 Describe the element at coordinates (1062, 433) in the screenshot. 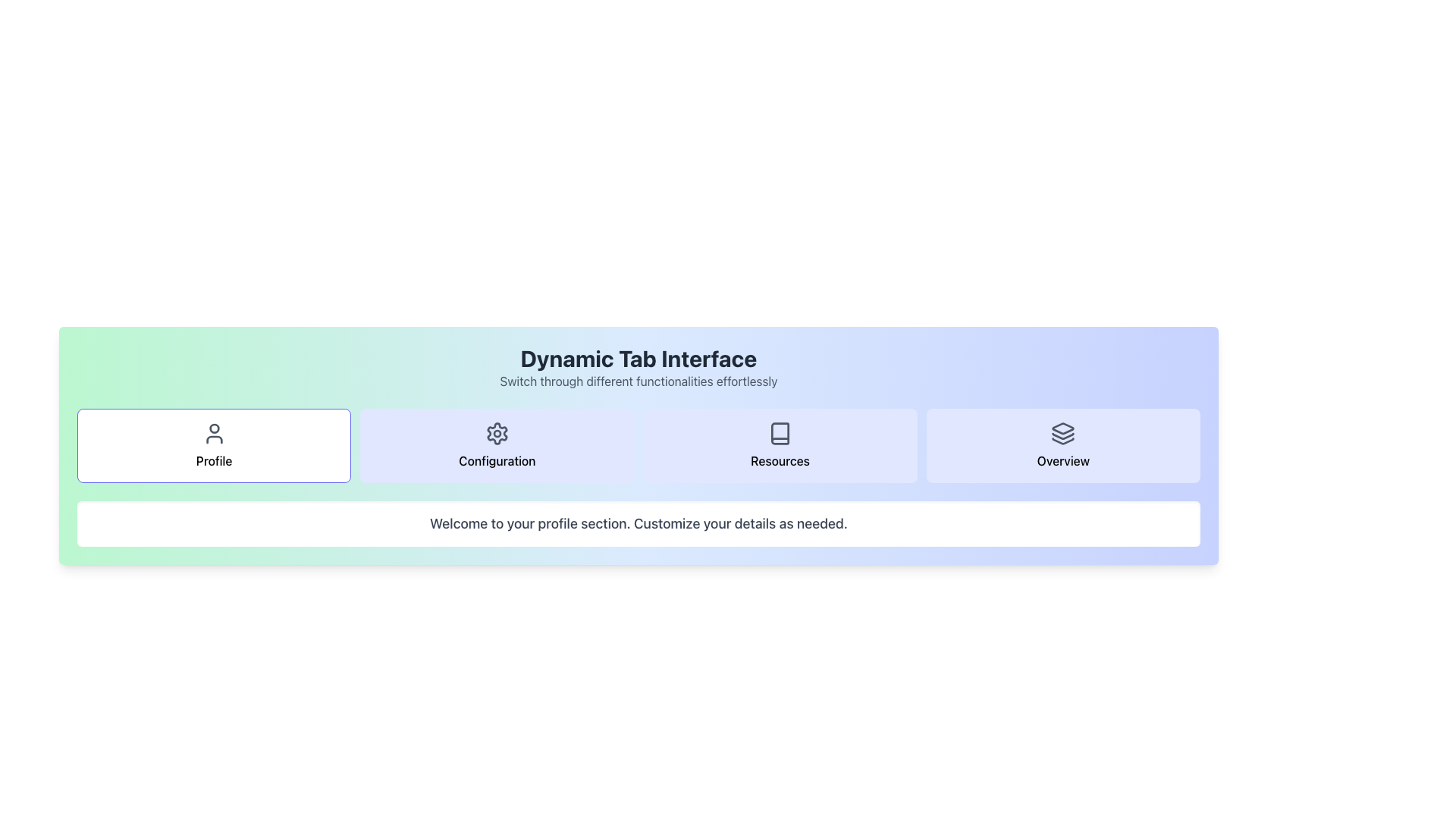

I see `the stack-like icon made of three layered rectangular shapes with dark gray coloring, located within the light blue 'Overview' button at the bottom of the interface` at that location.